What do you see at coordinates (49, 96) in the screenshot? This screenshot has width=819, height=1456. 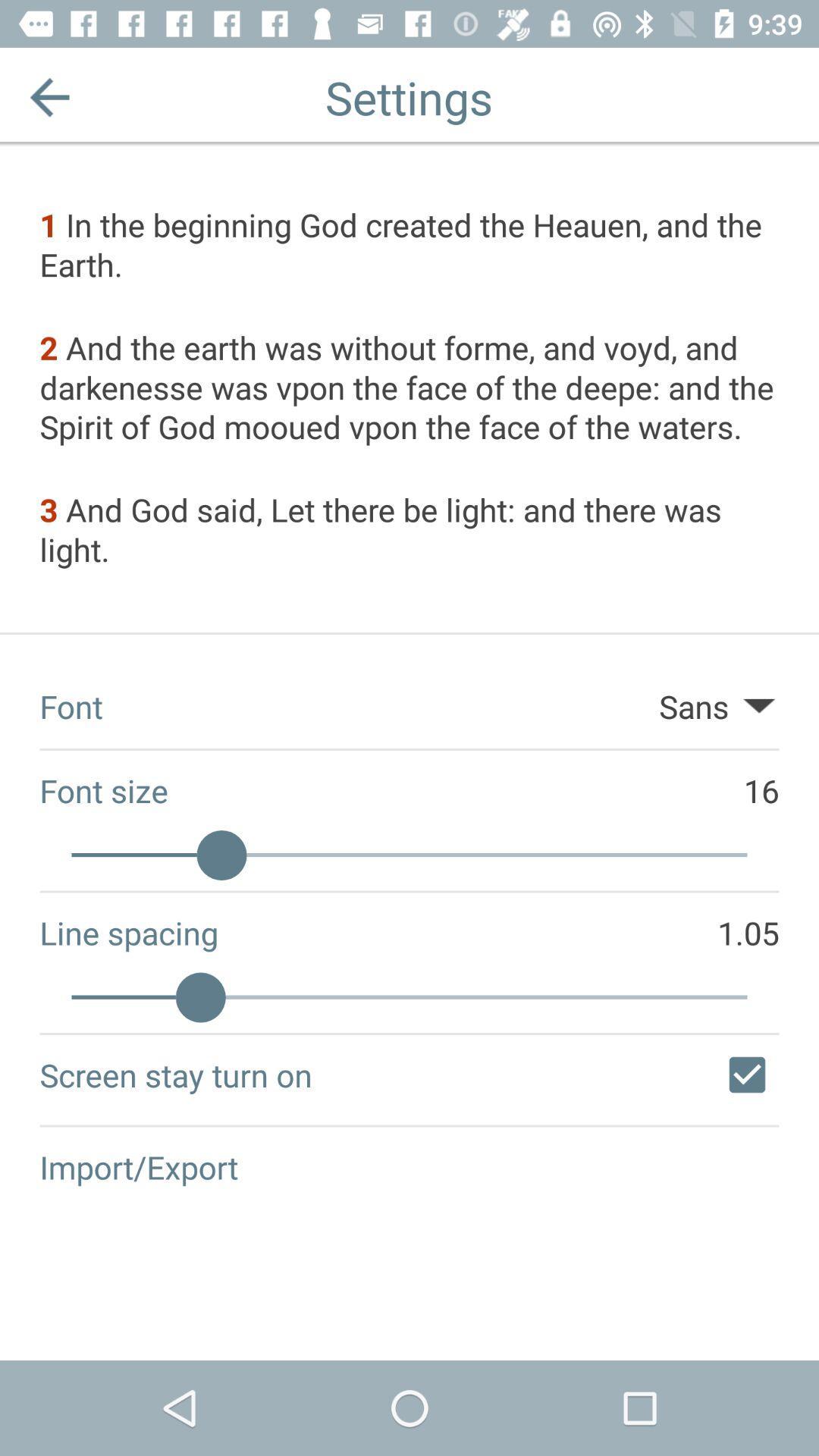 I see `the app to the left of the settings item` at bounding box center [49, 96].